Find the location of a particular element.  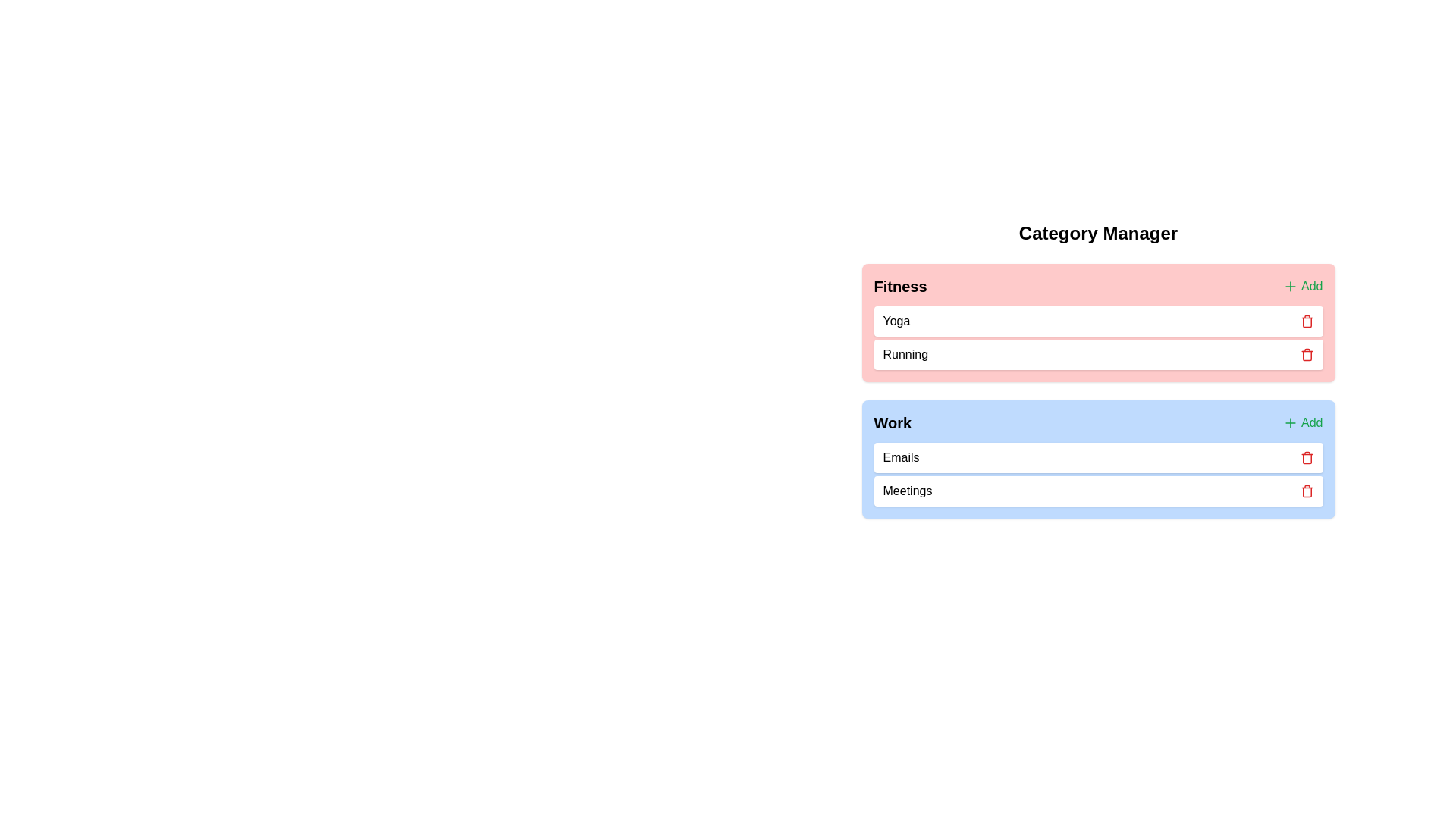

trash icon next to the chip labeled Meetings in the category labeled Work is located at coordinates (1306, 491).